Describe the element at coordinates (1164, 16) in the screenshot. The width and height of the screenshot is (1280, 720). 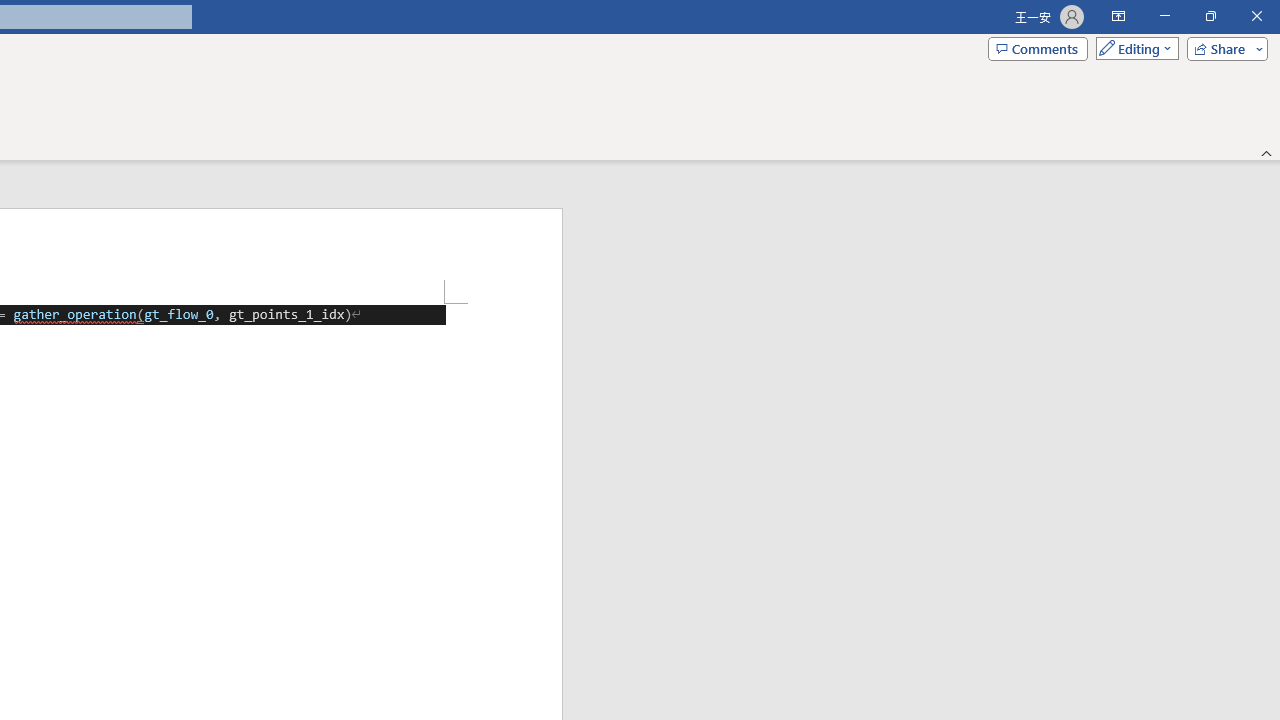
I see `'Minimize'` at that location.